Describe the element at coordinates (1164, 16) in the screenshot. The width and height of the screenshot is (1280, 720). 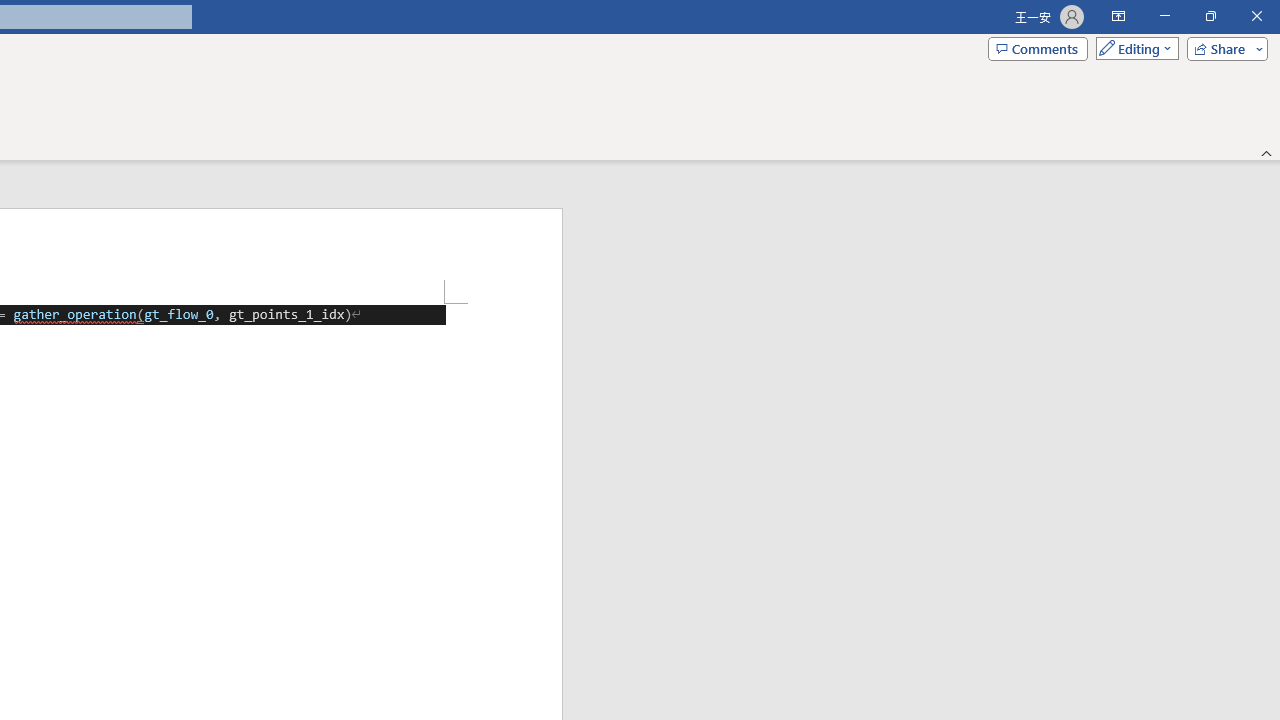
I see `'Minimize'` at that location.